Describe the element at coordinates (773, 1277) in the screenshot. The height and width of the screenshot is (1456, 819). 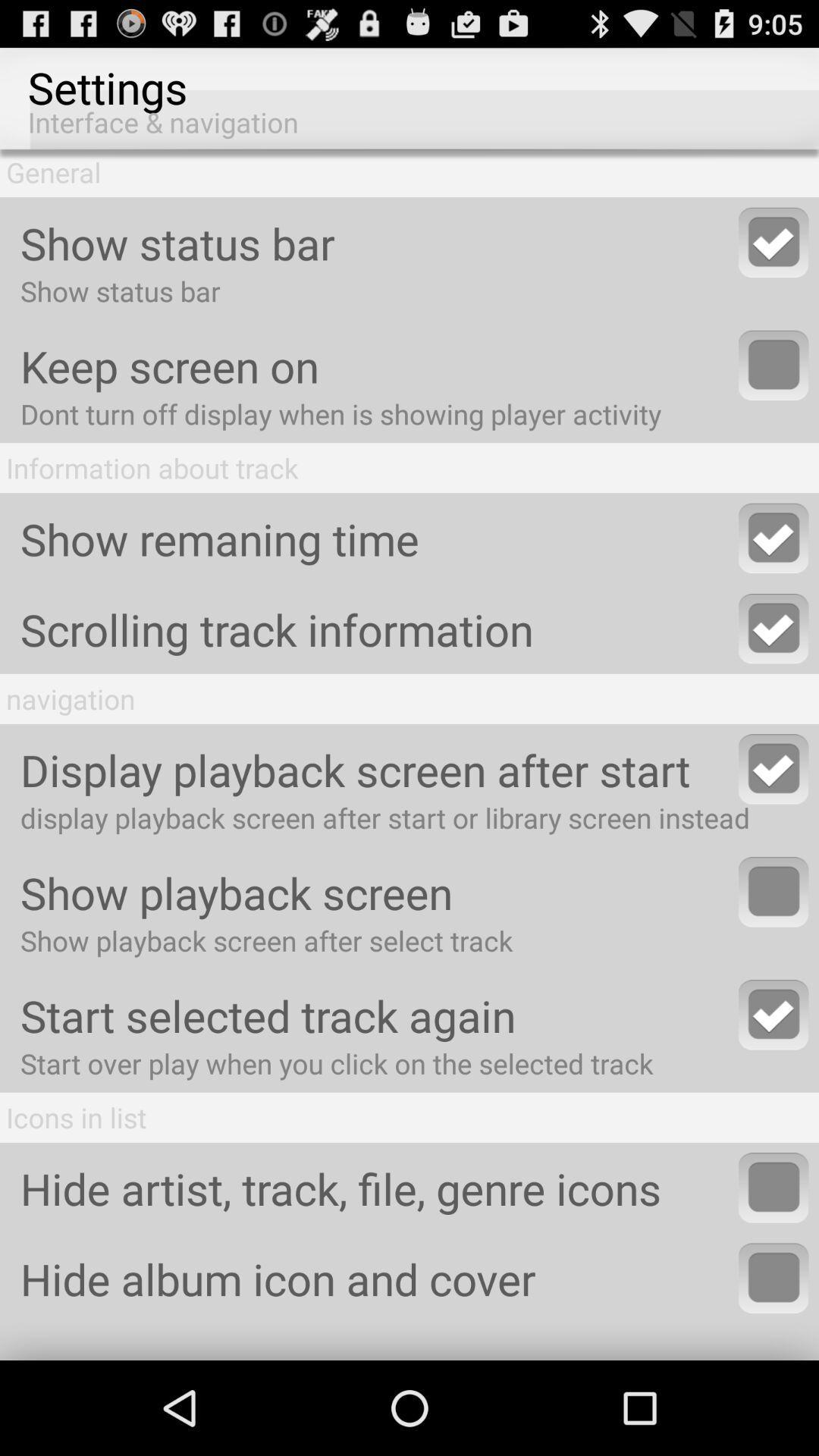
I see `check box to hide album incon and cover` at that location.